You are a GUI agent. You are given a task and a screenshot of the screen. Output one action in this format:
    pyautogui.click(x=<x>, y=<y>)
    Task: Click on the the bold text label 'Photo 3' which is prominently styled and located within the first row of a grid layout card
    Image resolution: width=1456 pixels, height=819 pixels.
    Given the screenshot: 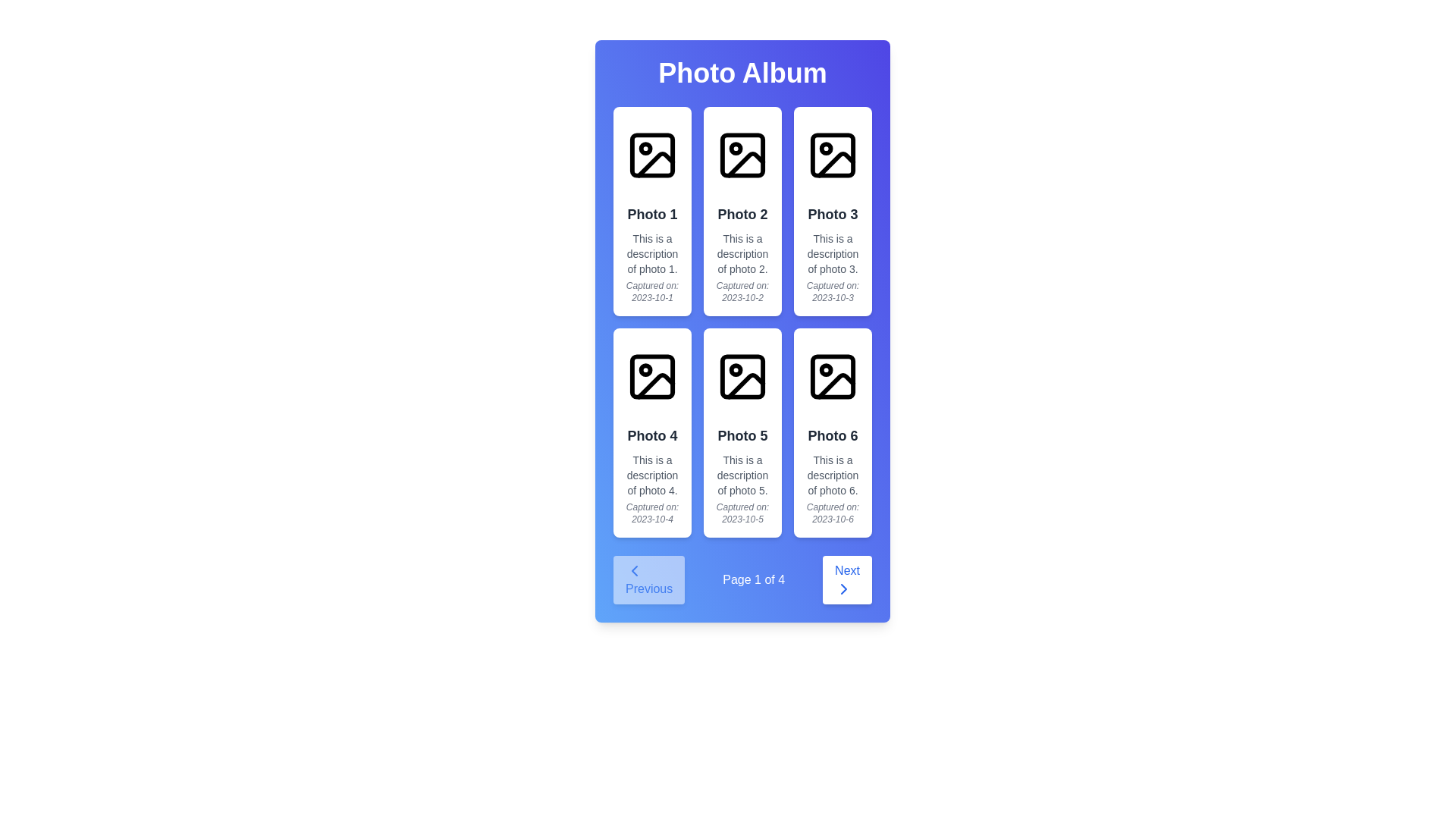 What is the action you would take?
    pyautogui.click(x=832, y=214)
    